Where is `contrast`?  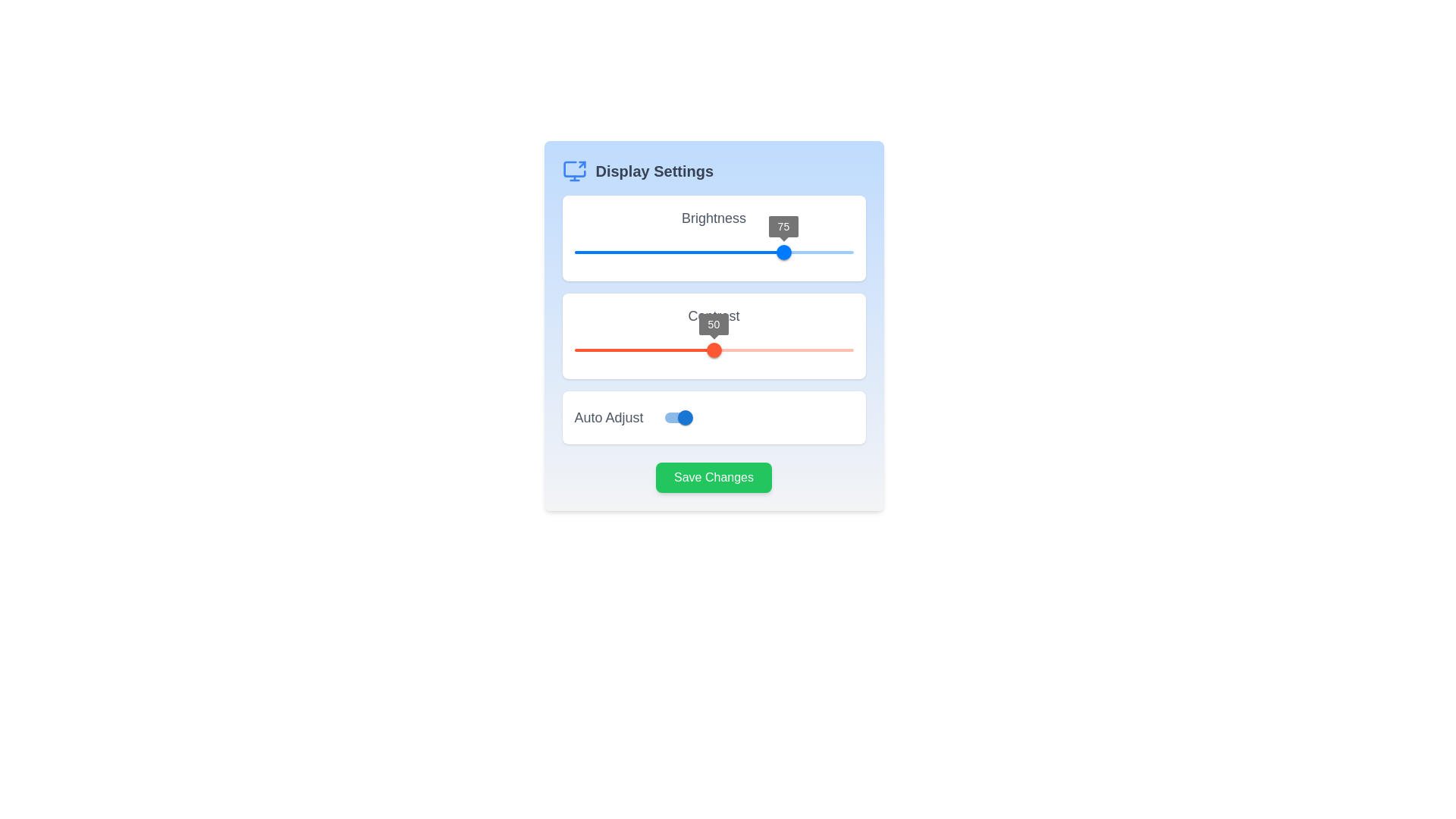 contrast is located at coordinates (573, 350).